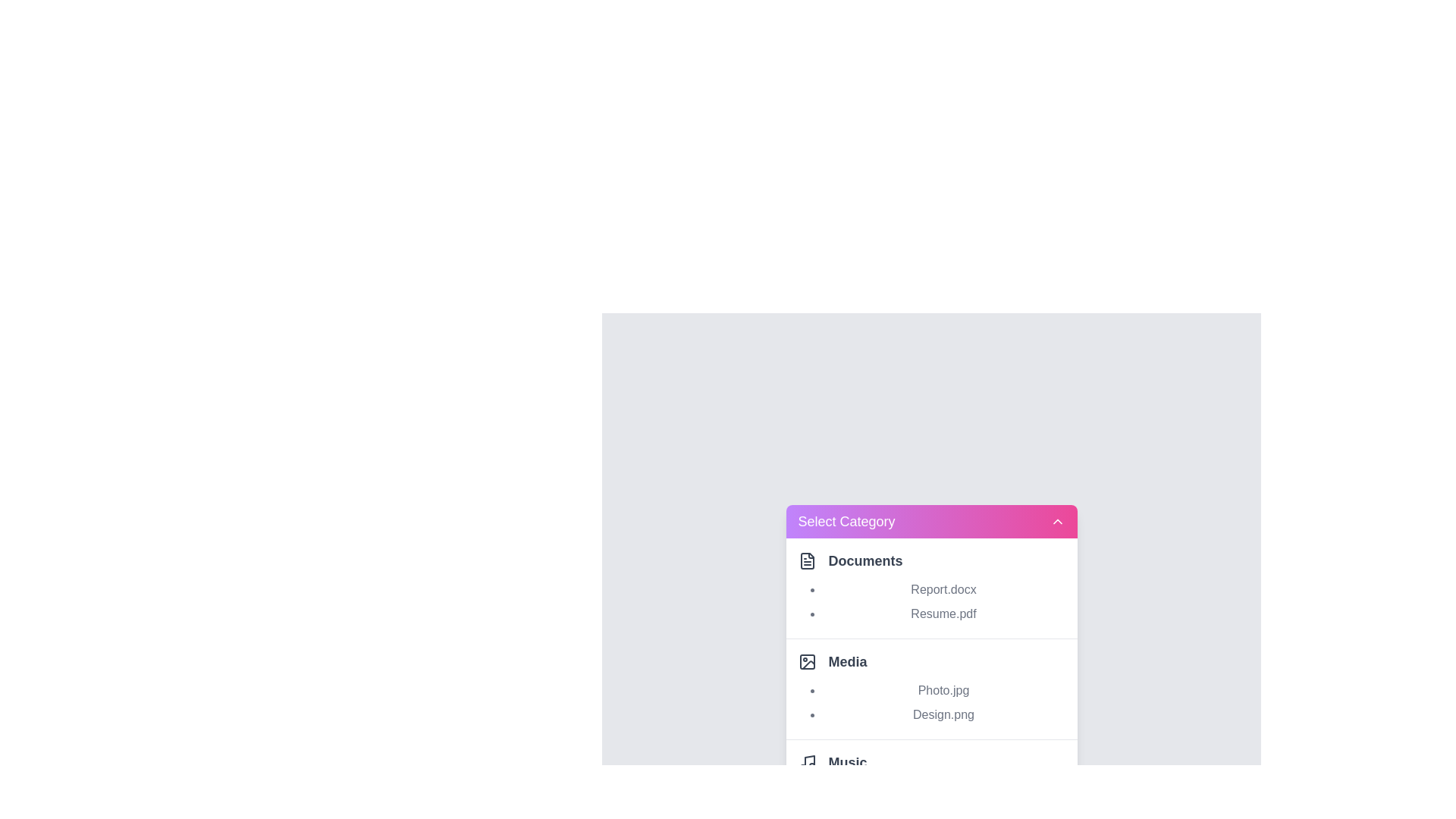 The image size is (1456, 819). I want to click on the first item, so click(930, 587).